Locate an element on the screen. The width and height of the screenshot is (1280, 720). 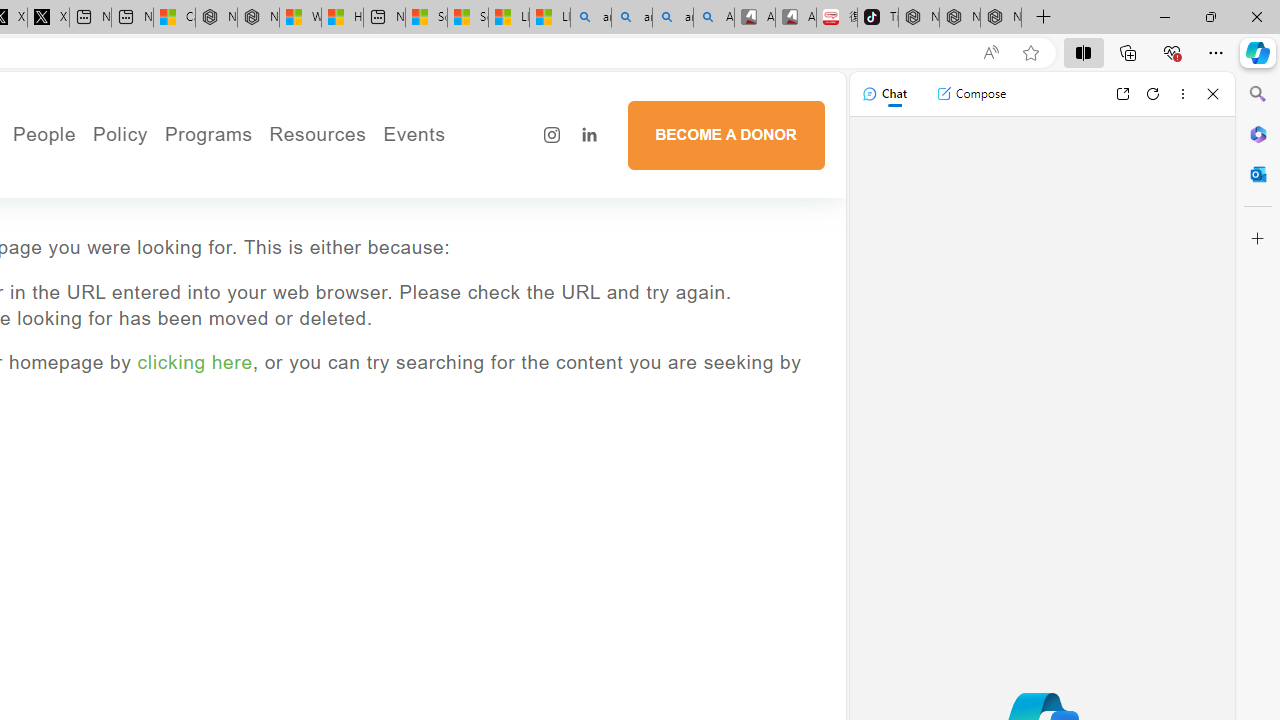
'Customize' is located at coordinates (1257, 238).